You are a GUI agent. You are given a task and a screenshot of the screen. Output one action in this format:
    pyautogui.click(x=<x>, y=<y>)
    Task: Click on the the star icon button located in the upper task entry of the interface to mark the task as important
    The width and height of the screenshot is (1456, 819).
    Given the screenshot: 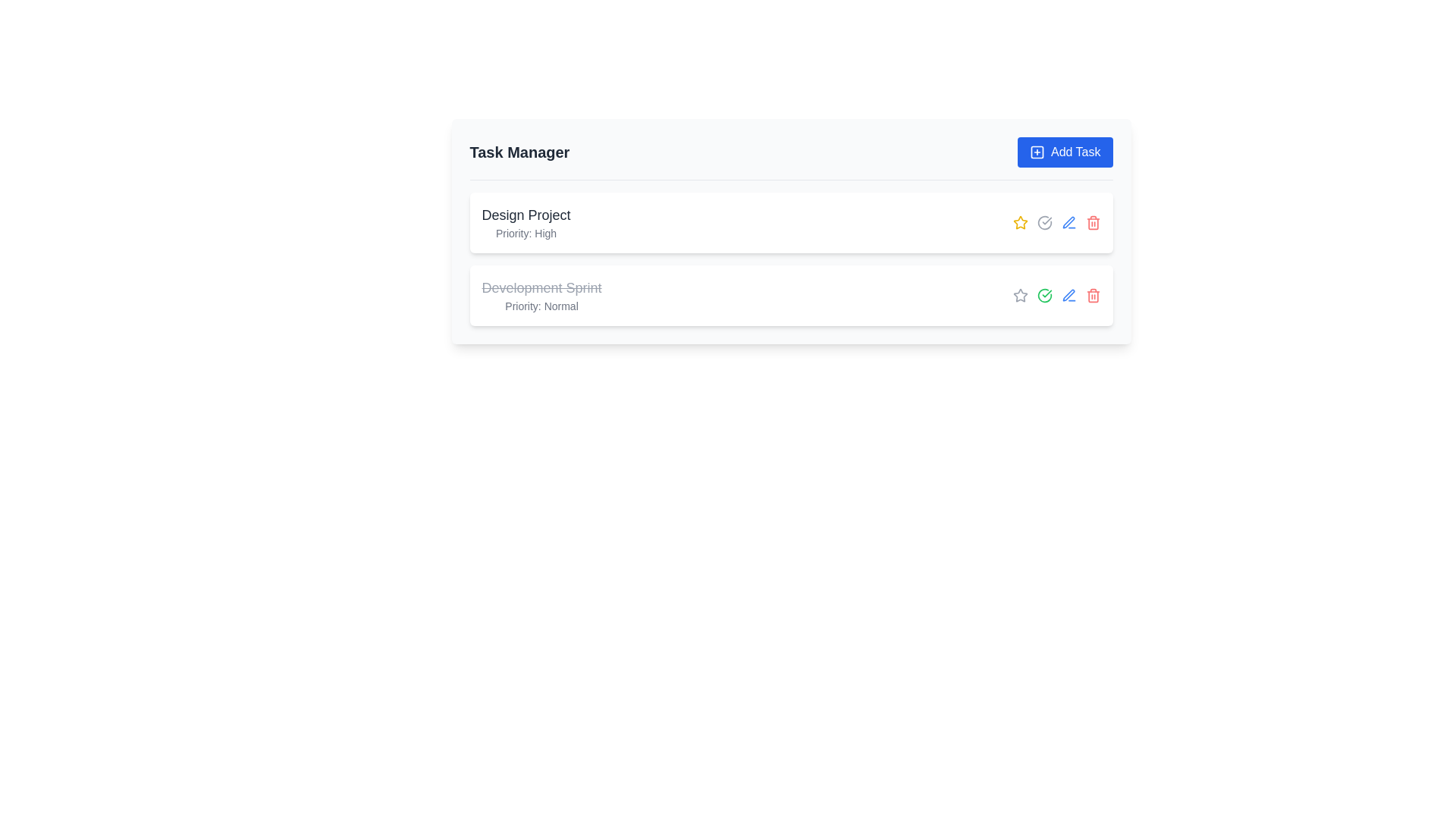 What is the action you would take?
    pyautogui.click(x=1019, y=222)
    